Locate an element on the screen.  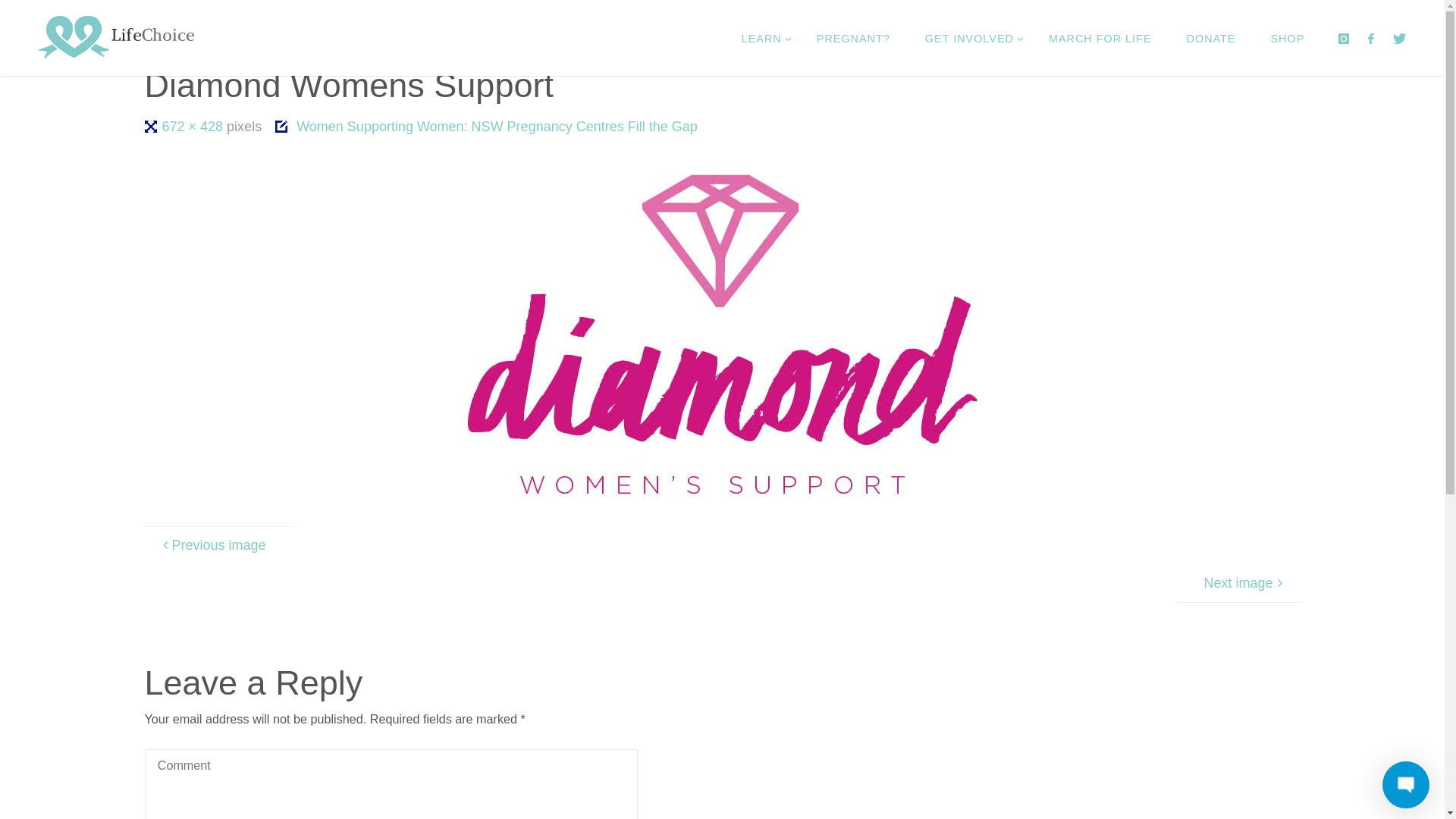
'Next image' is located at coordinates (1238, 582).